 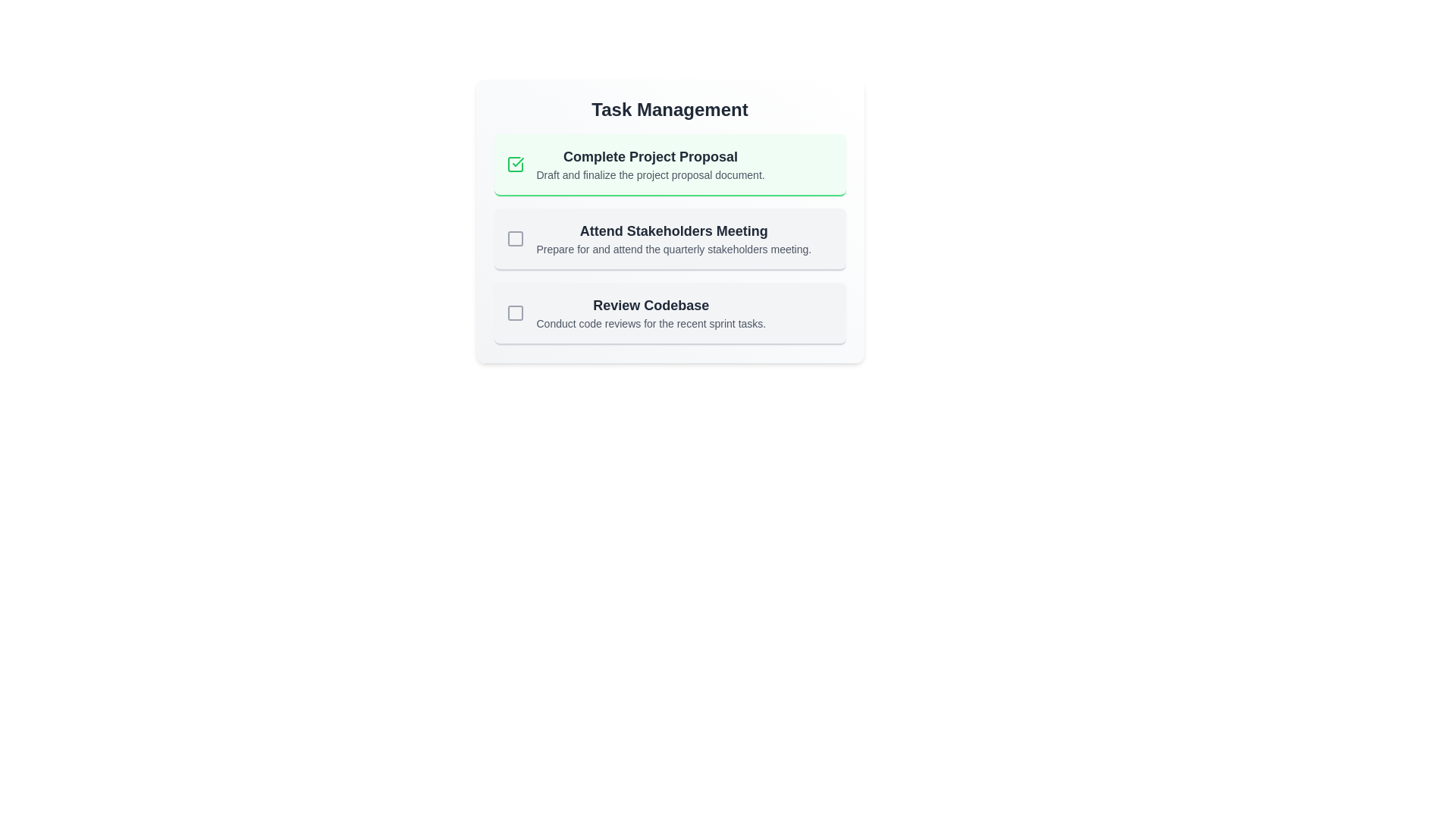 I want to click on the task list item indicating the completion of the project proposal, which has a green background and a checkmark, so click(x=669, y=165).